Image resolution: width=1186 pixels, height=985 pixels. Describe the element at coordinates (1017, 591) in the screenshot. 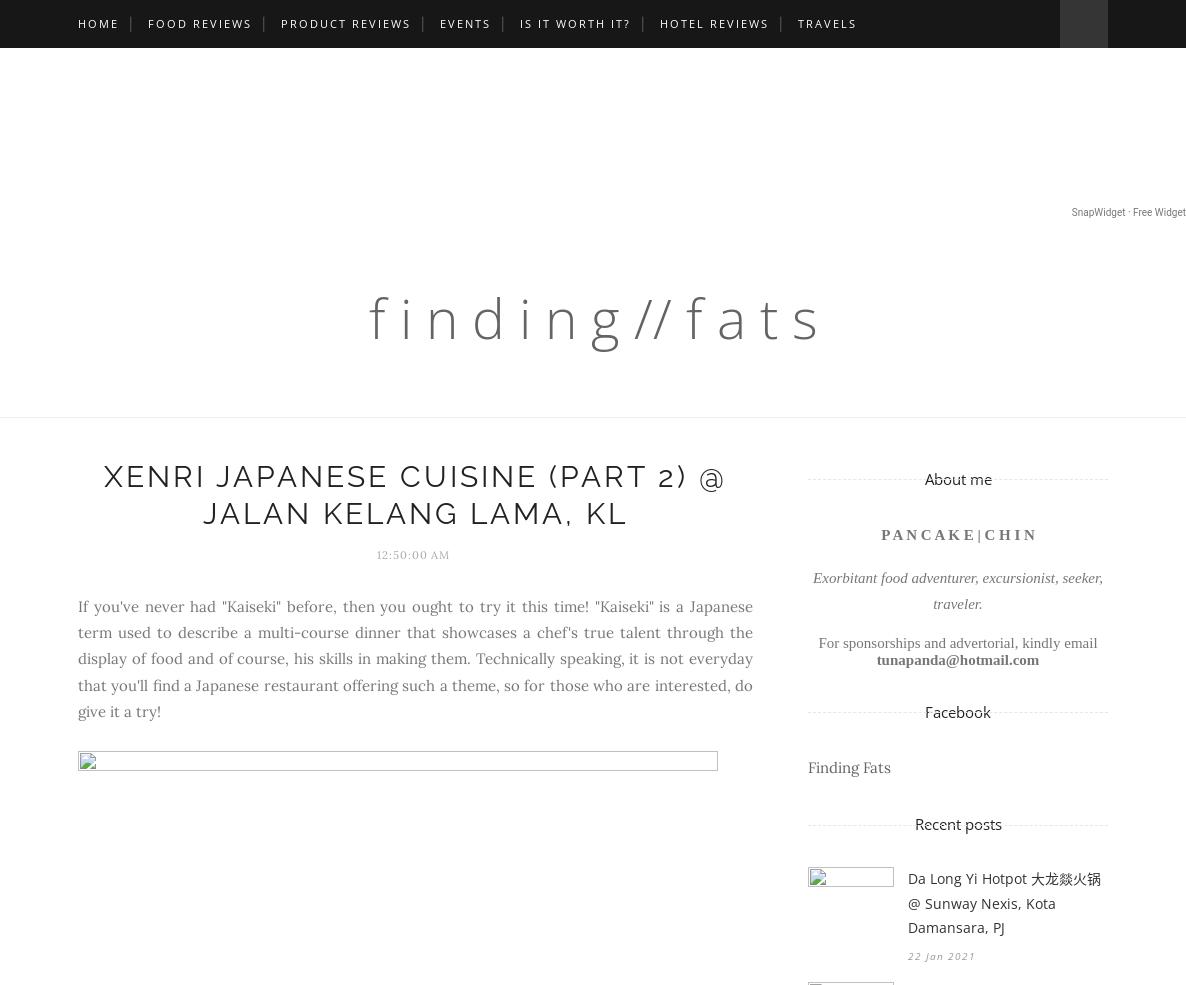

I see `', seeker, traveler.'` at that location.